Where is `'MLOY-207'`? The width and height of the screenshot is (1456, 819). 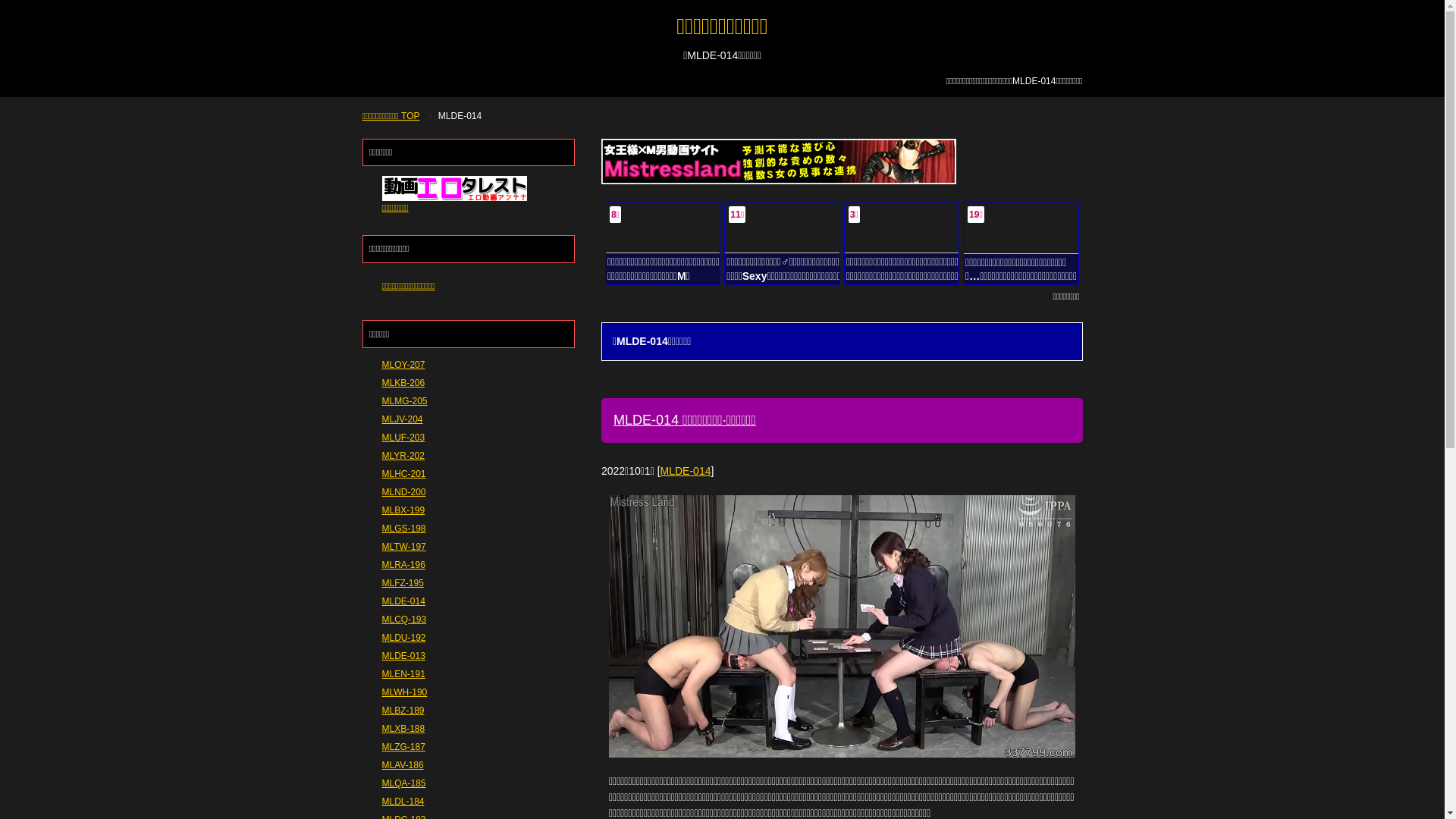
'MLOY-207' is located at coordinates (382, 365).